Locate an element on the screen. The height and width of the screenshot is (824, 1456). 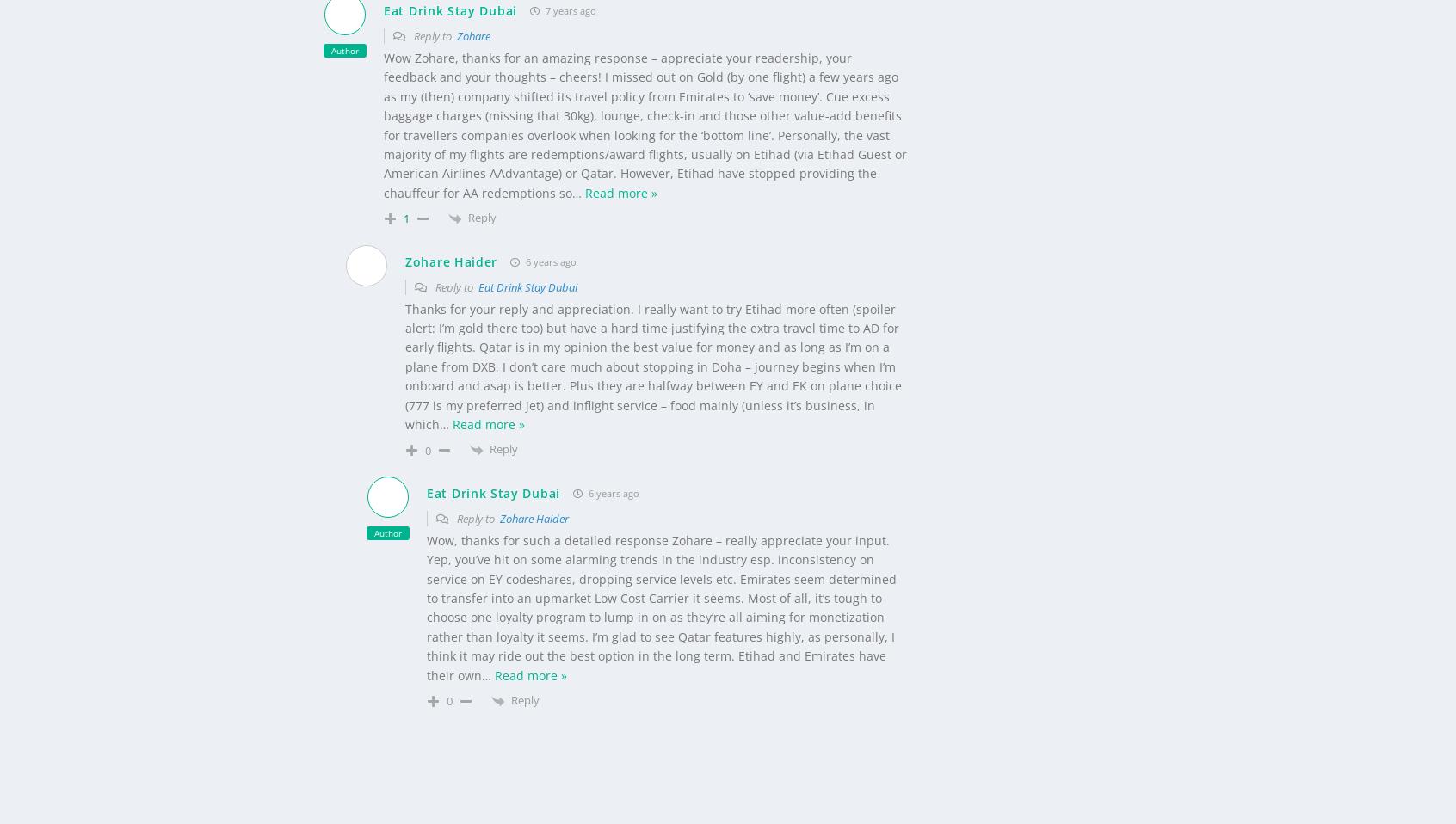
'Wow, thanks for such a detailed response Zohare – really appreciate your input. Yep, you’ve hit on some alarming trends in the industry esp. inconsistency on service on EY codeshares, dropping service levels etc. Emirates seem determined to transfer into an upmarket Low Cost Carrier it seems. Most of all, it’s tough to choose one loyalty program to lump in on as they’re all aiming for monetization rather than loyalty it seems. I’m glad to see Qatar features highly, as personally, I think it may ride out the best option in the long term. Etihad and Emirates have their own' is located at coordinates (661, 578).